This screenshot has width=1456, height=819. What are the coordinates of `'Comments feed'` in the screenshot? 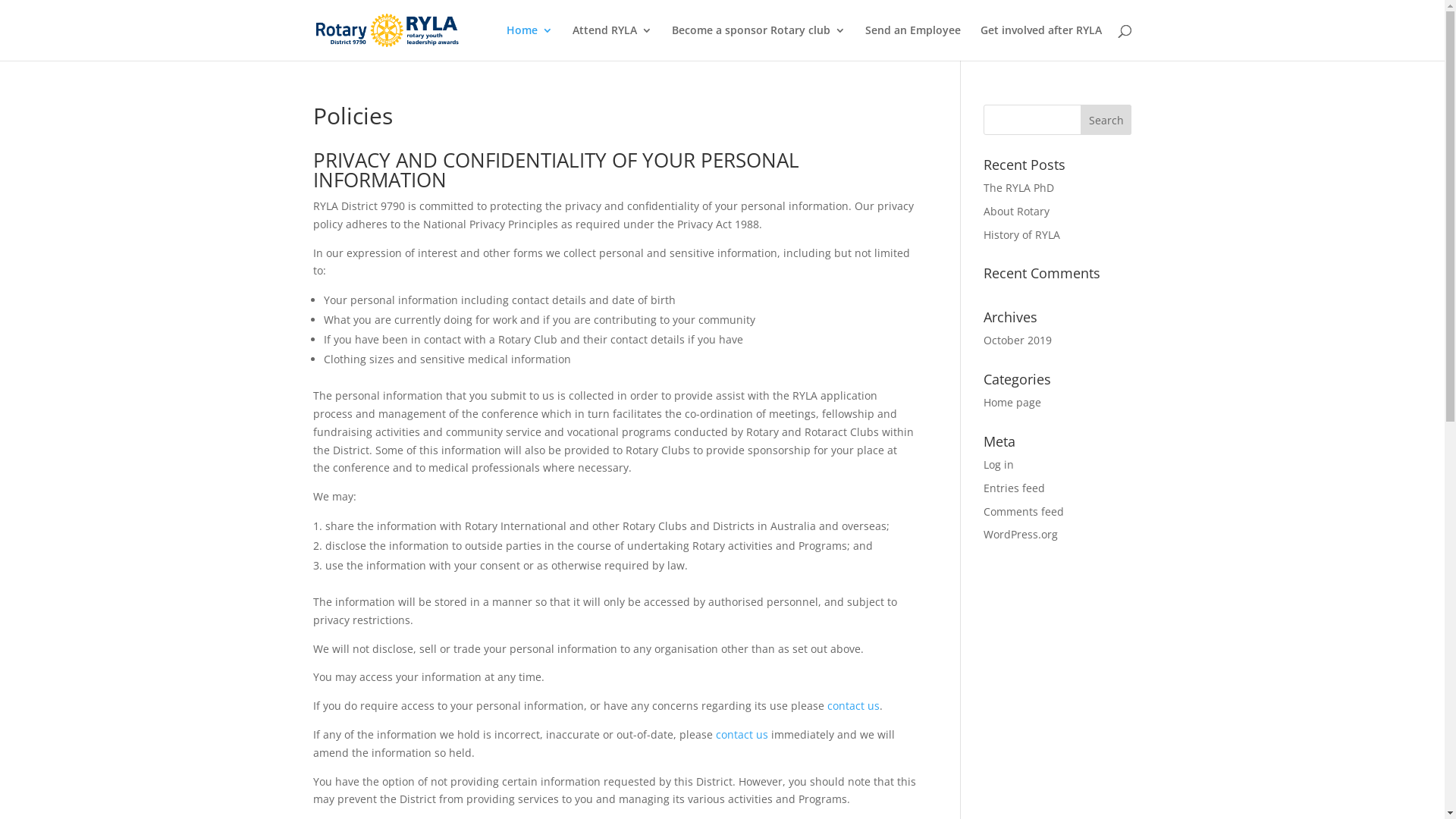 It's located at (1023, 511).